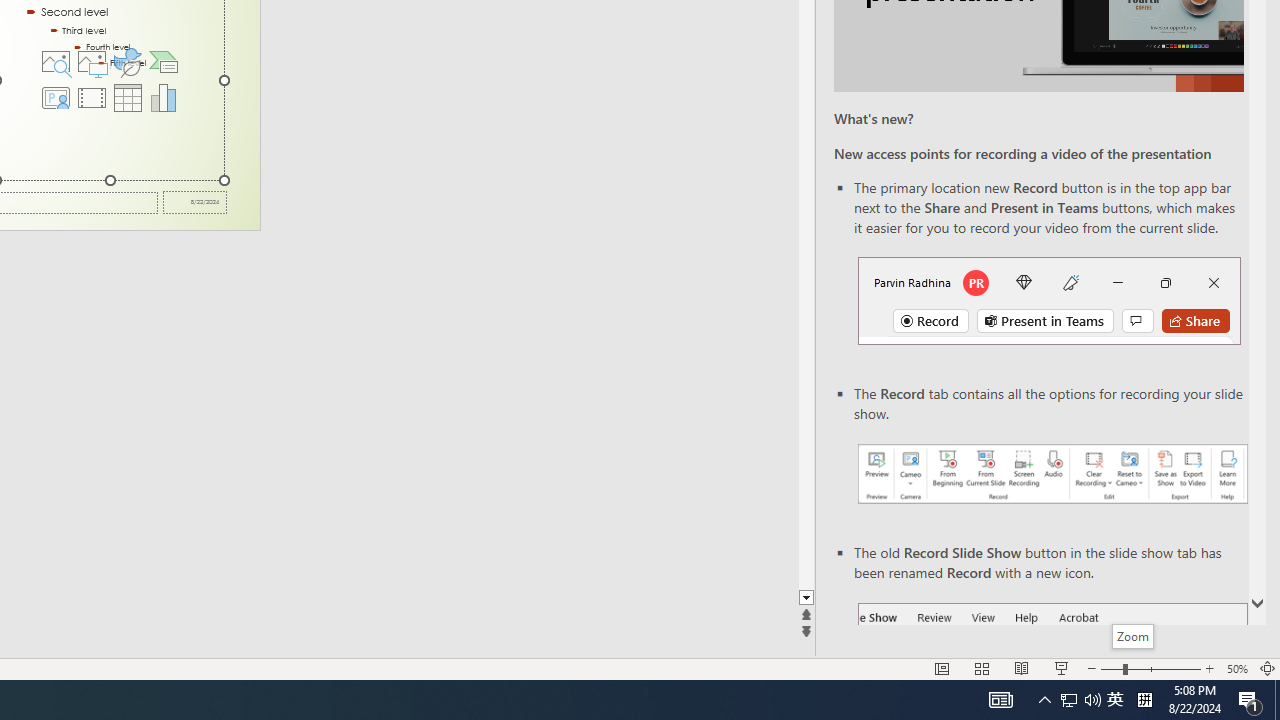  What do you see at coordinates (55, 97) in the screenshot?
I see `'Insert Cameo'` at bounding box center [55, 97].